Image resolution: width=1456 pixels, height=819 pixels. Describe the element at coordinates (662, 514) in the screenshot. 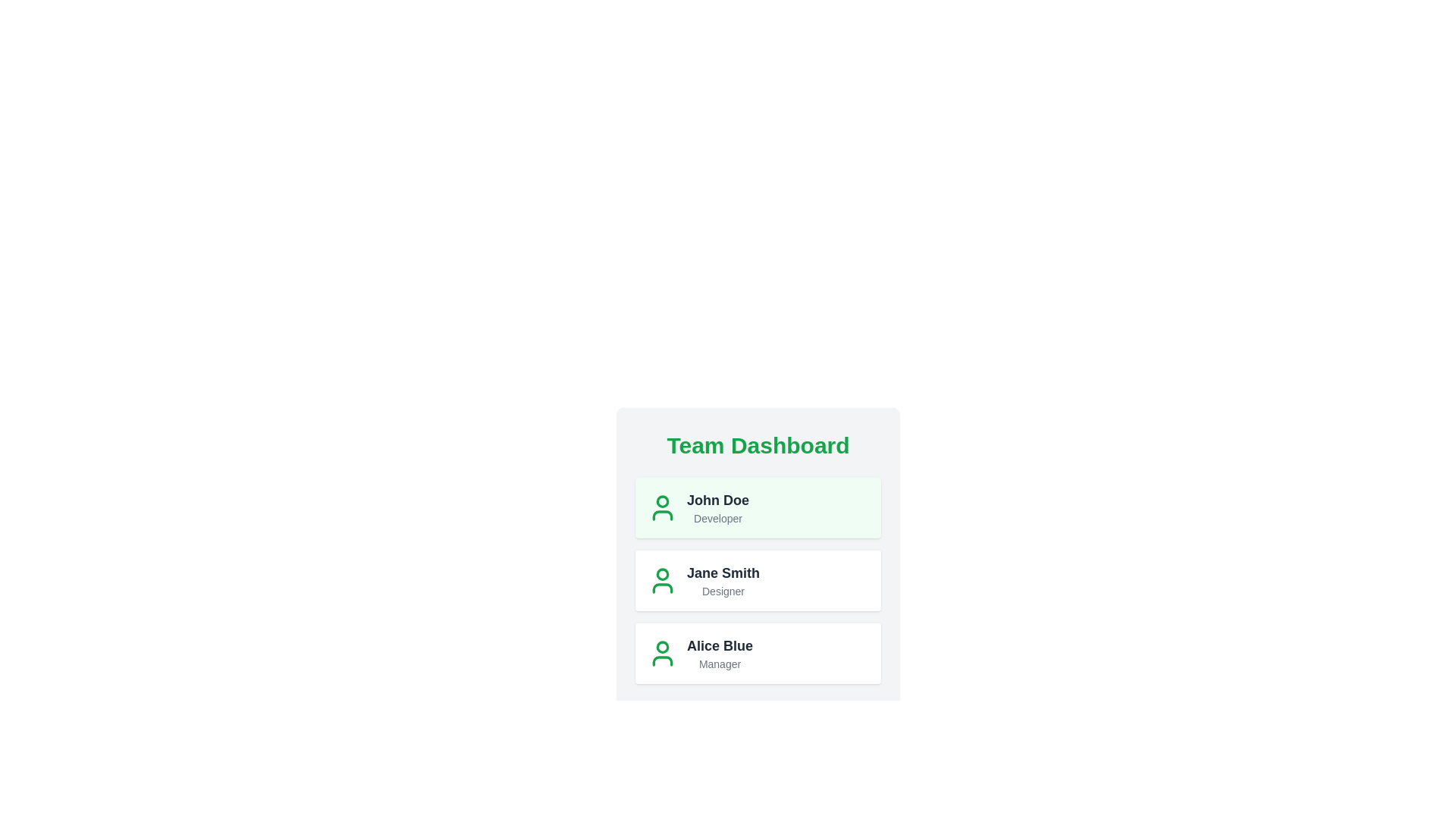

I see `the green lower torso part of the user icon located in the user profile card at the top of the 'Team Dashboard' section` at that location.